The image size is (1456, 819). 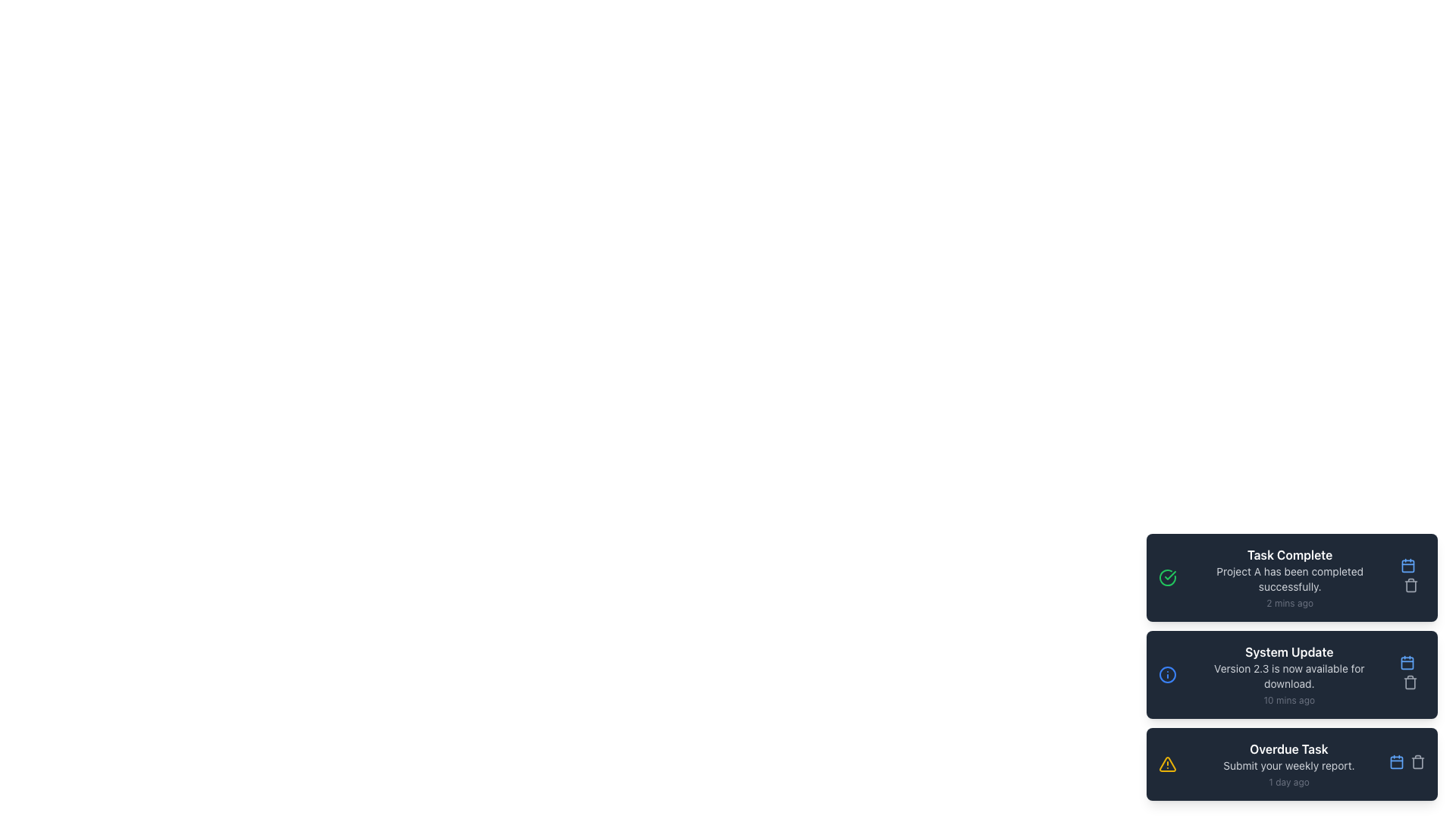 I want to click on the small blue calendar icon button located at the bottom-right corner of the notification card, so click(x=1407, y=565).